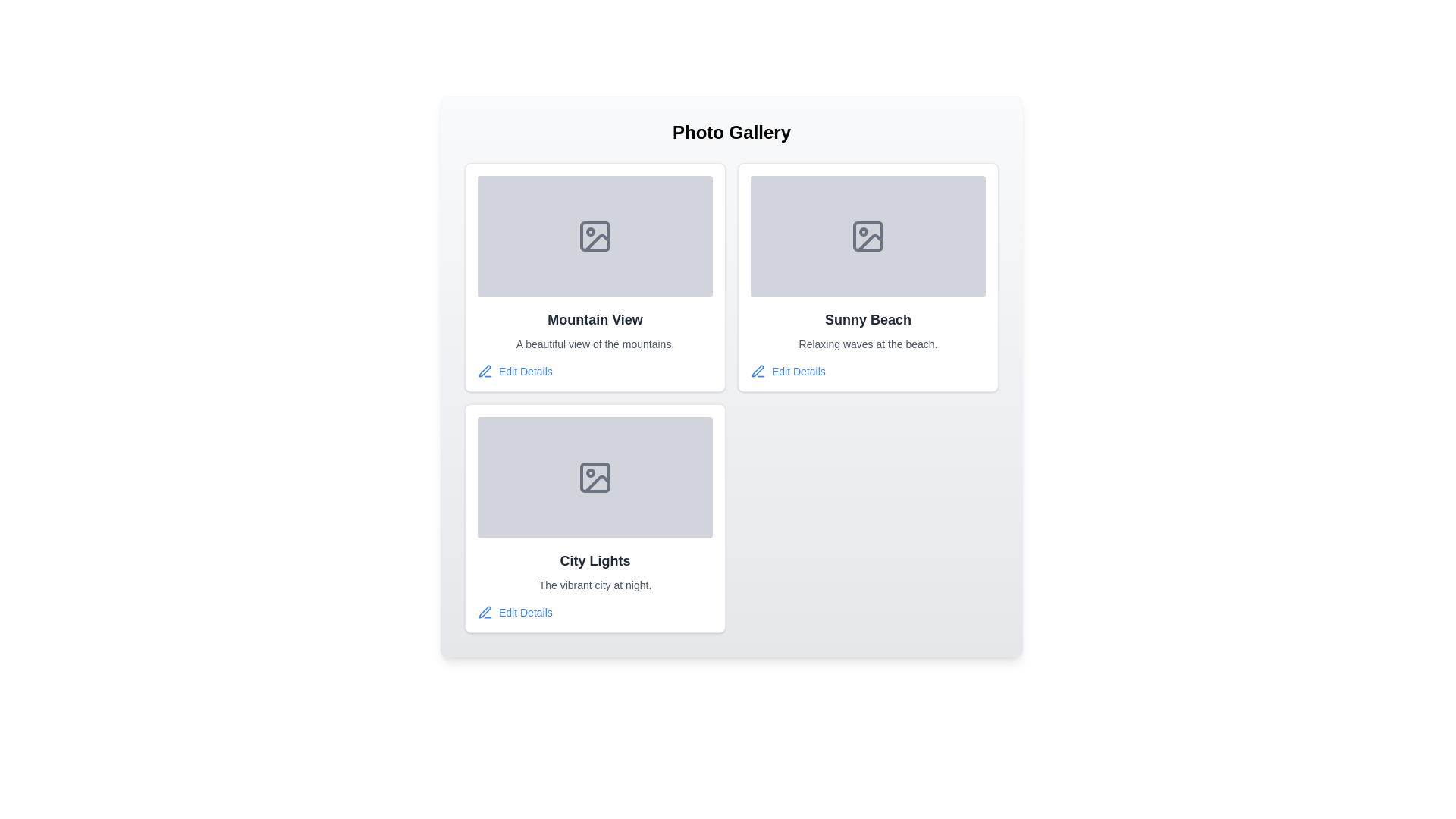  I want to click on the 'Edit Details' button for the gallery item titled 'City Lights', so click(514, 611).